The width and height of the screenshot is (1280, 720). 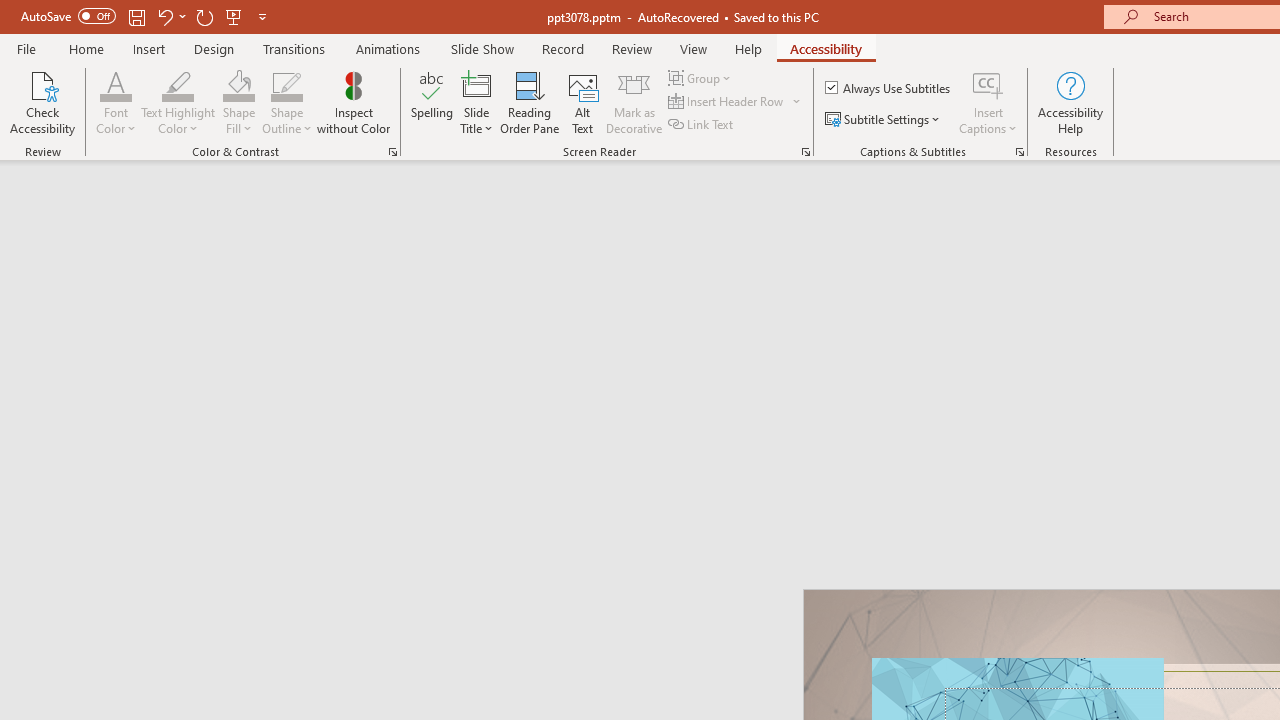 What do you see at coordinates (633, 103) in the screenshot?
I see `'Mark as Decorative'` at bounding box center [633, 103].